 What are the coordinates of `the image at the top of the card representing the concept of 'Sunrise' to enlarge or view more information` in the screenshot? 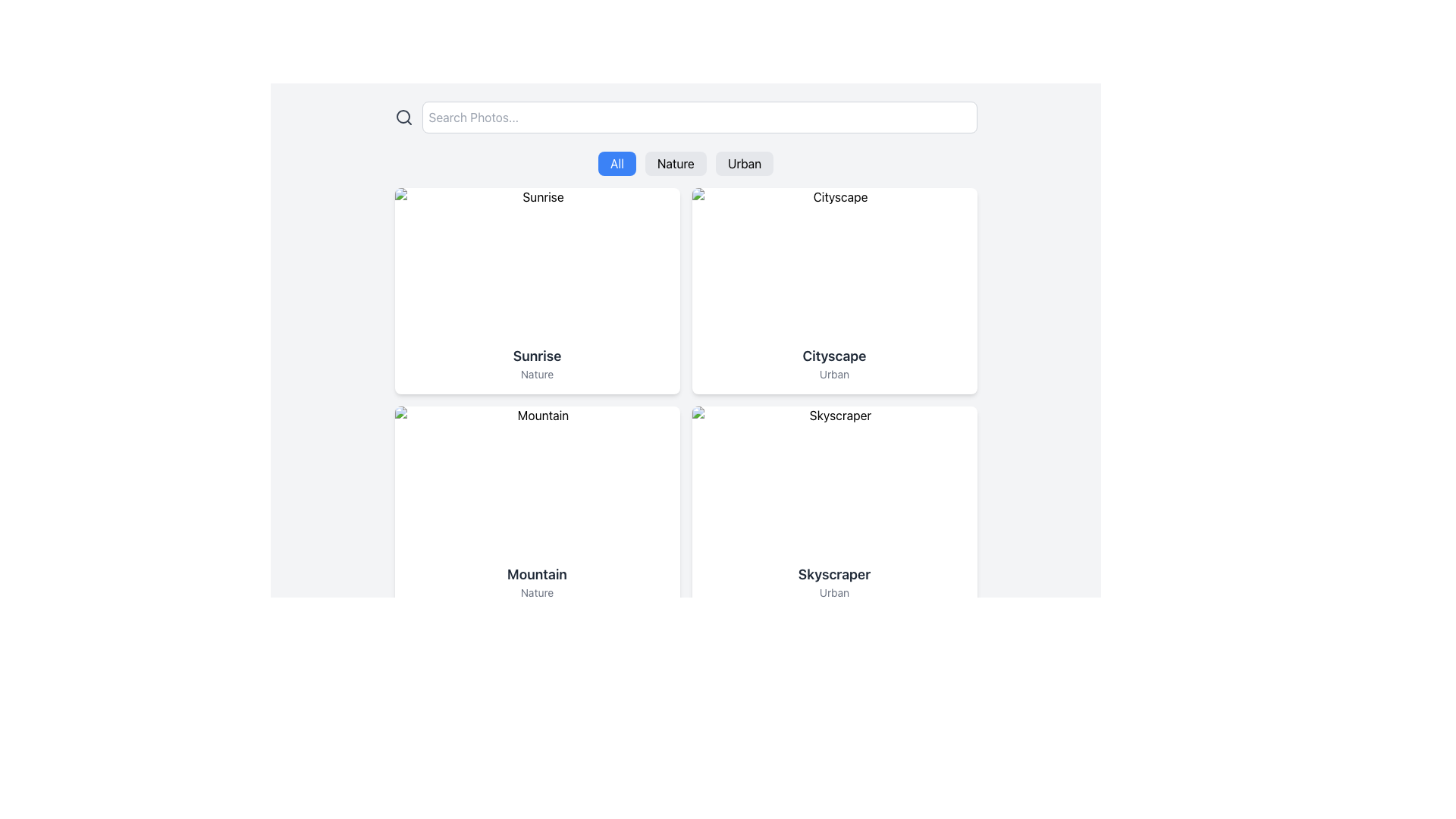 It's located at (537, 259).